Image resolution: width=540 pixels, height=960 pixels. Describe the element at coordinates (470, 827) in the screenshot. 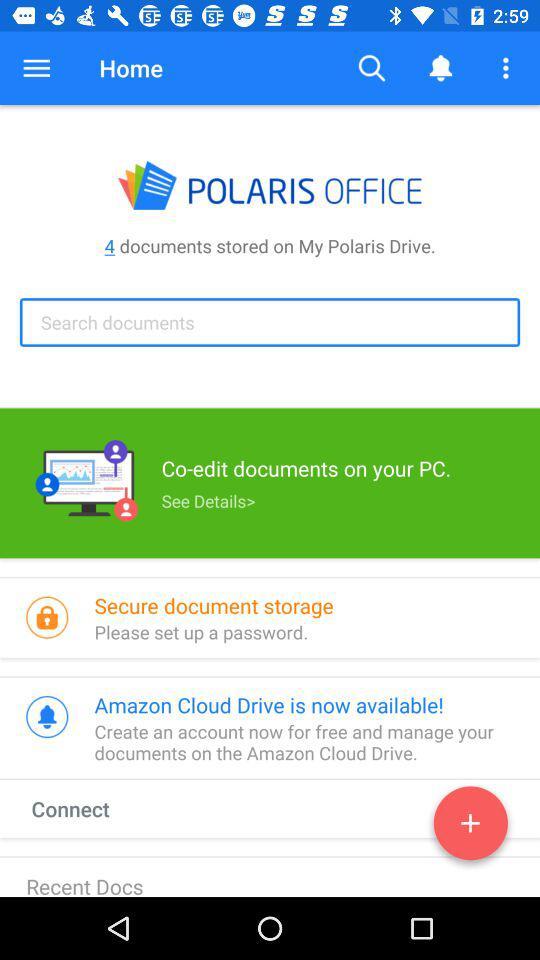

I see `new document` at that location.